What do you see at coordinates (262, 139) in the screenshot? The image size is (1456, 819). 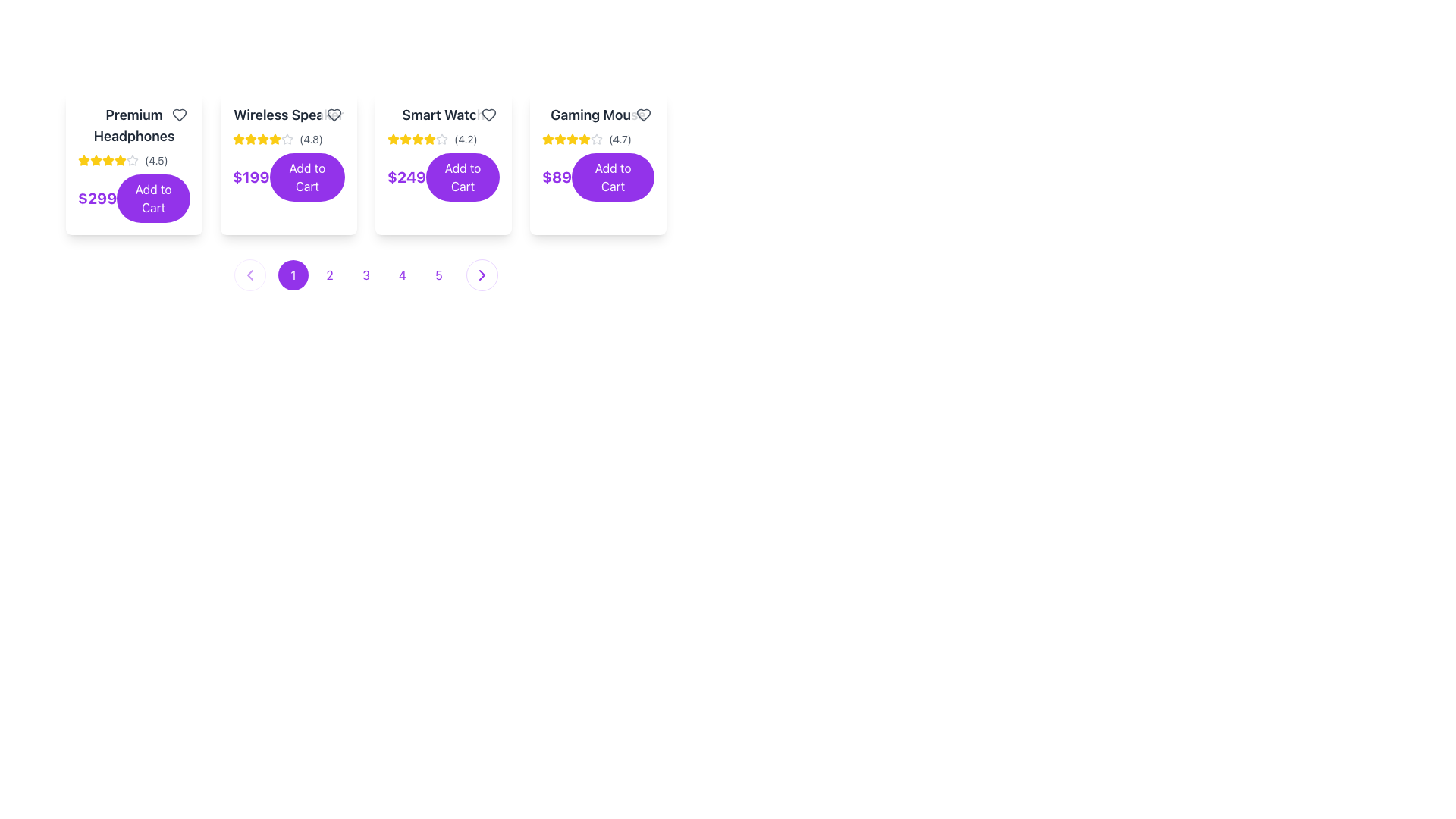 I see `the second filled star icon in the rating section of the Wireless Speaker product card to interact with the rating system` at bounding box center [262, 139].